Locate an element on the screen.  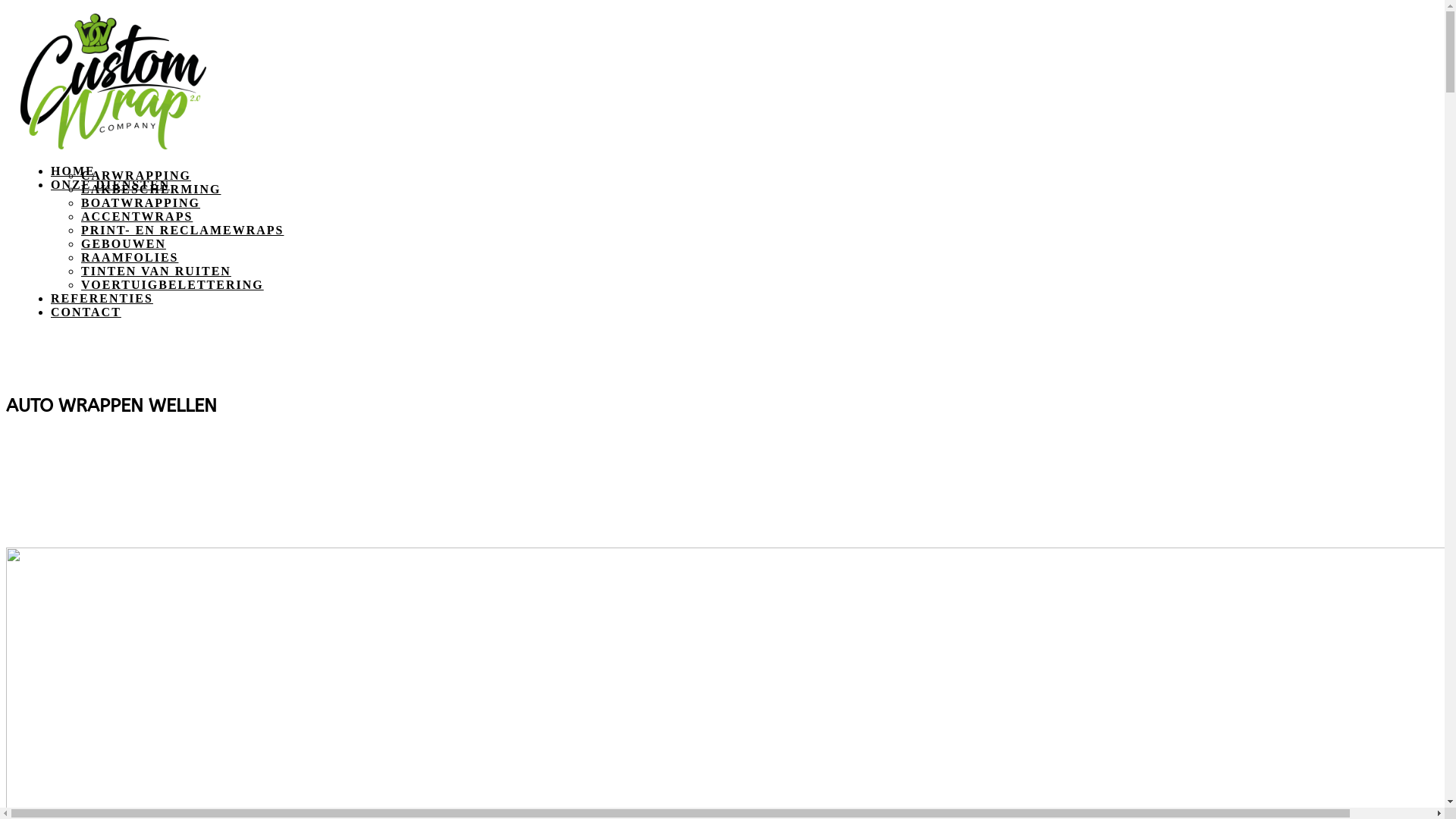
'GEBOUWEN' is located at coordinates (124, 243).